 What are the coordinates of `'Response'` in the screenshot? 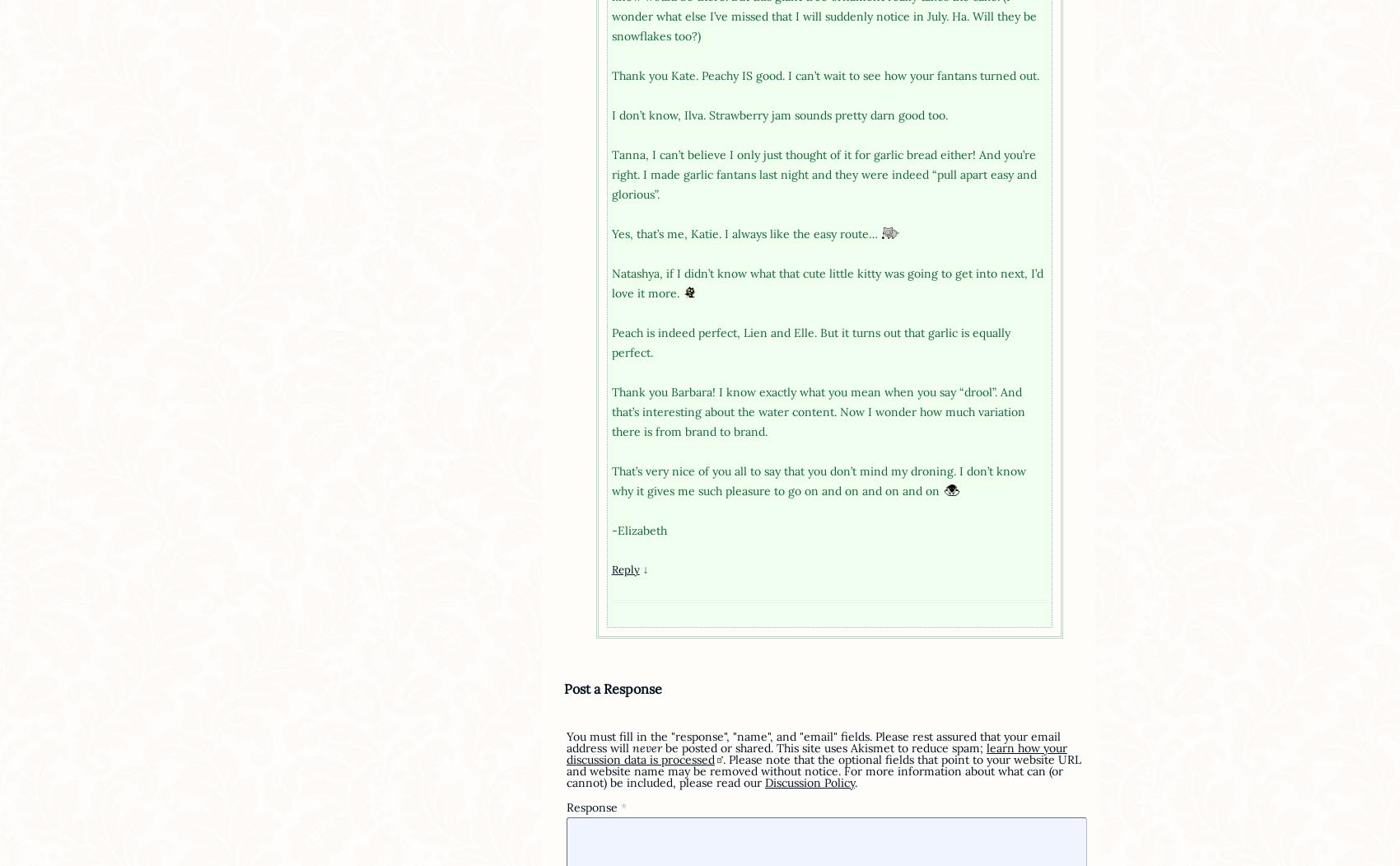 It's located at (565, 807).